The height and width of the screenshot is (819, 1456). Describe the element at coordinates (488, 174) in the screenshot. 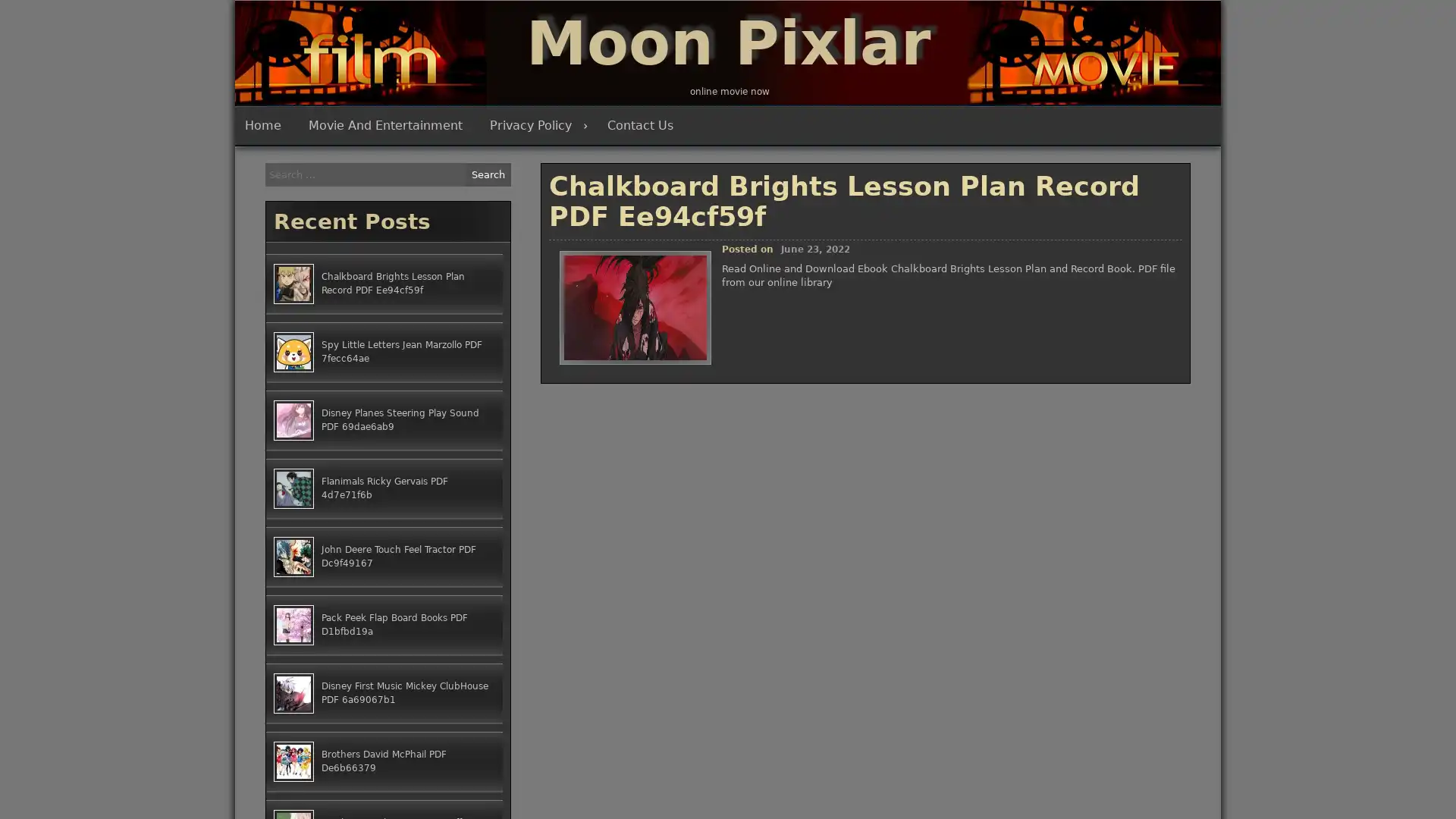

I see `Search` at that location.